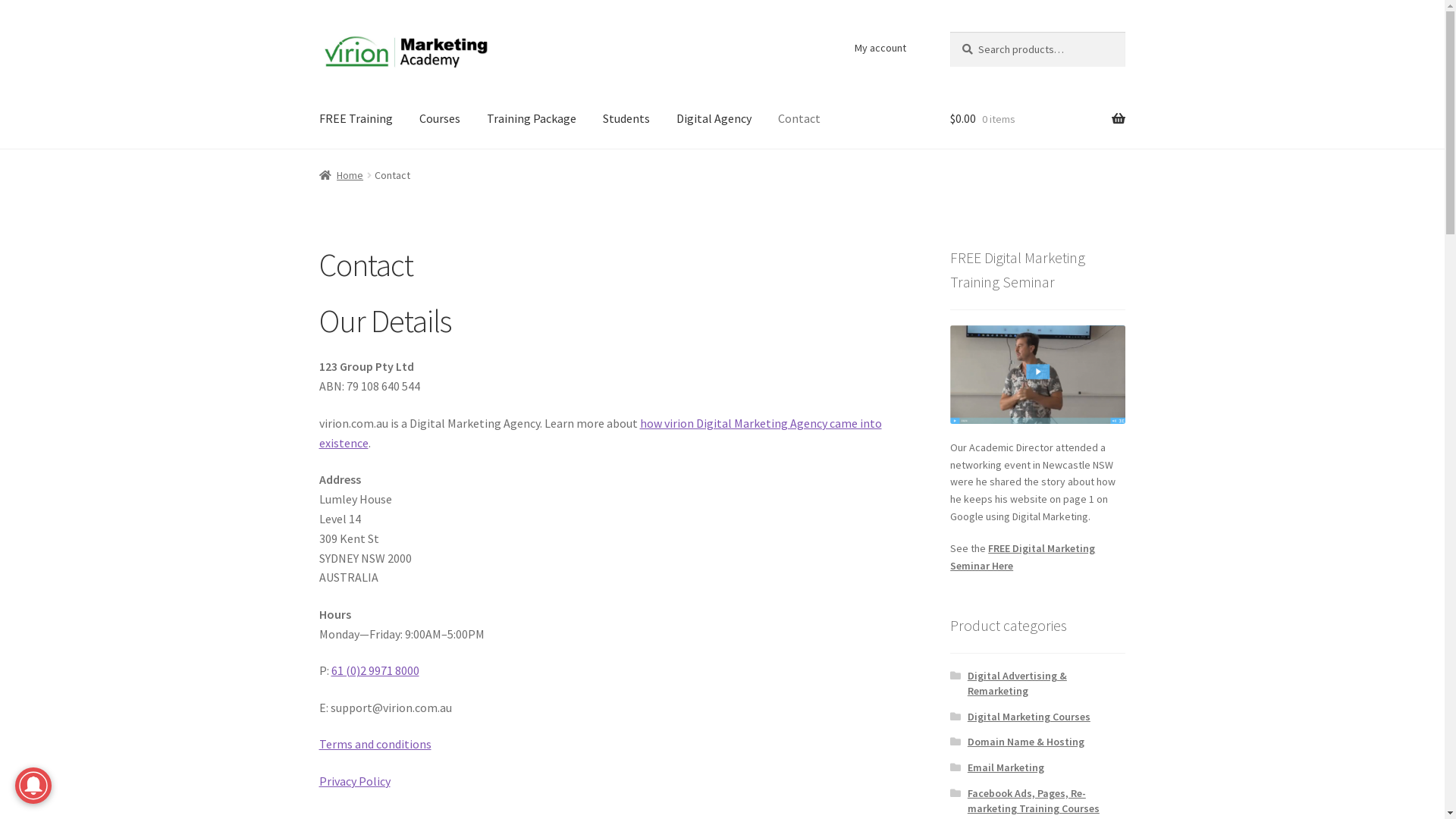 The width and height of the screenshot is (1456, 819). I want to click on 'Courses', so click(439, 118).